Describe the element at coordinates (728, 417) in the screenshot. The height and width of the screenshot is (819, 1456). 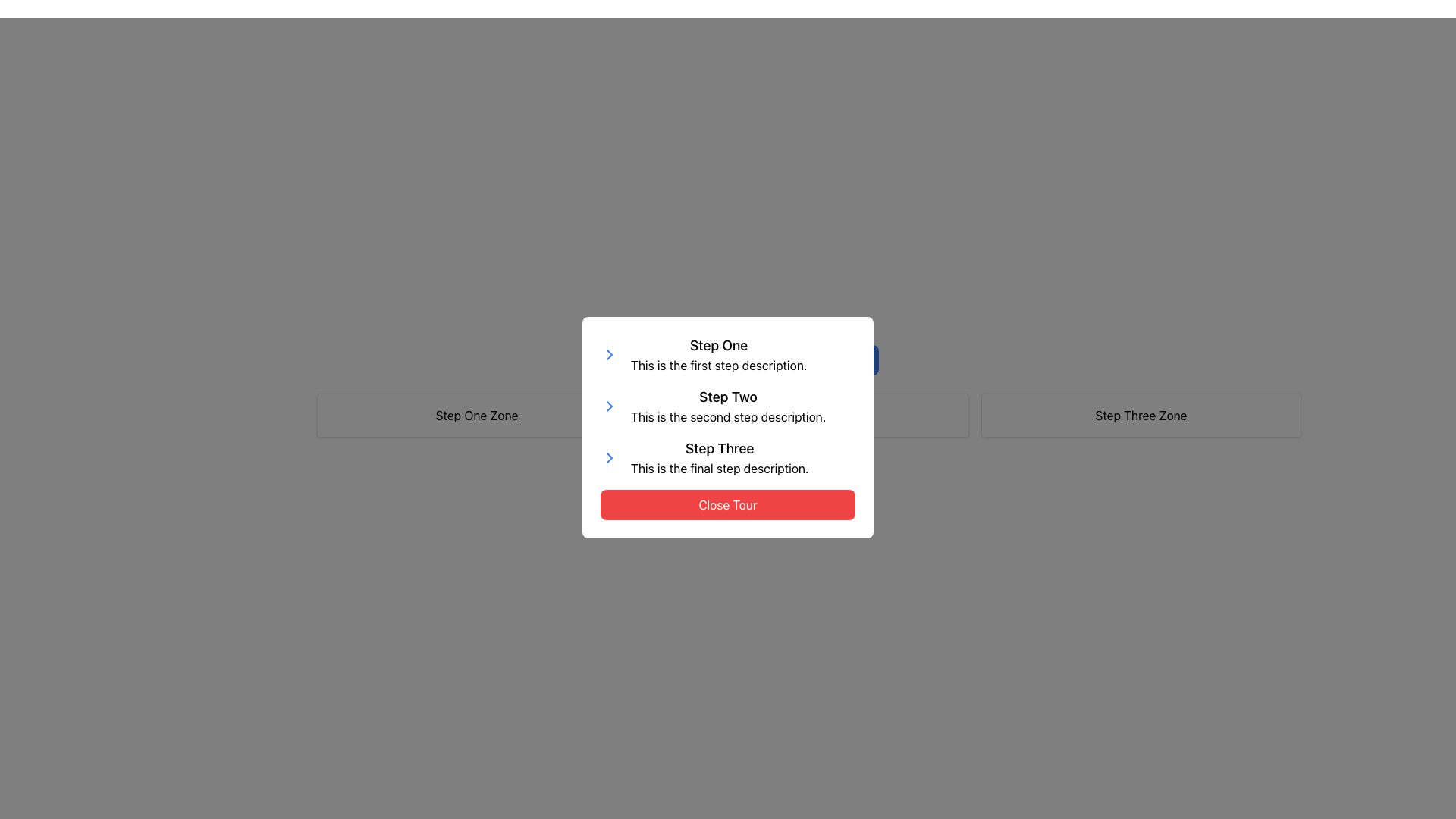
I see `the explanatory static text related to 'Step Two' in the central modal box to potentially reveal additional information` at that location.